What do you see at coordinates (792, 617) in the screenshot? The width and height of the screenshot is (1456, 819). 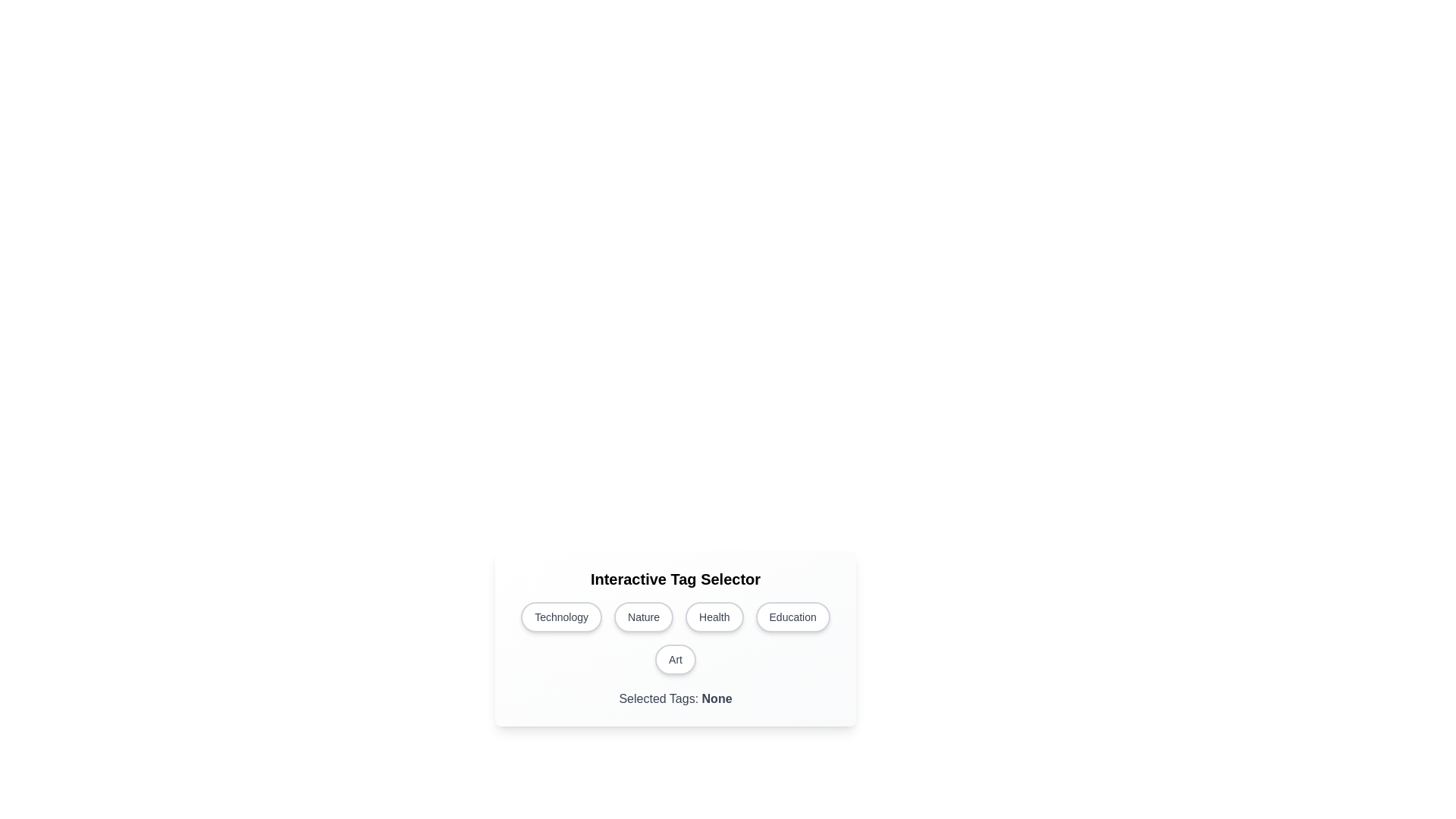 I see `the Education tag to select or deselect it` at bounding box center [792, 617].